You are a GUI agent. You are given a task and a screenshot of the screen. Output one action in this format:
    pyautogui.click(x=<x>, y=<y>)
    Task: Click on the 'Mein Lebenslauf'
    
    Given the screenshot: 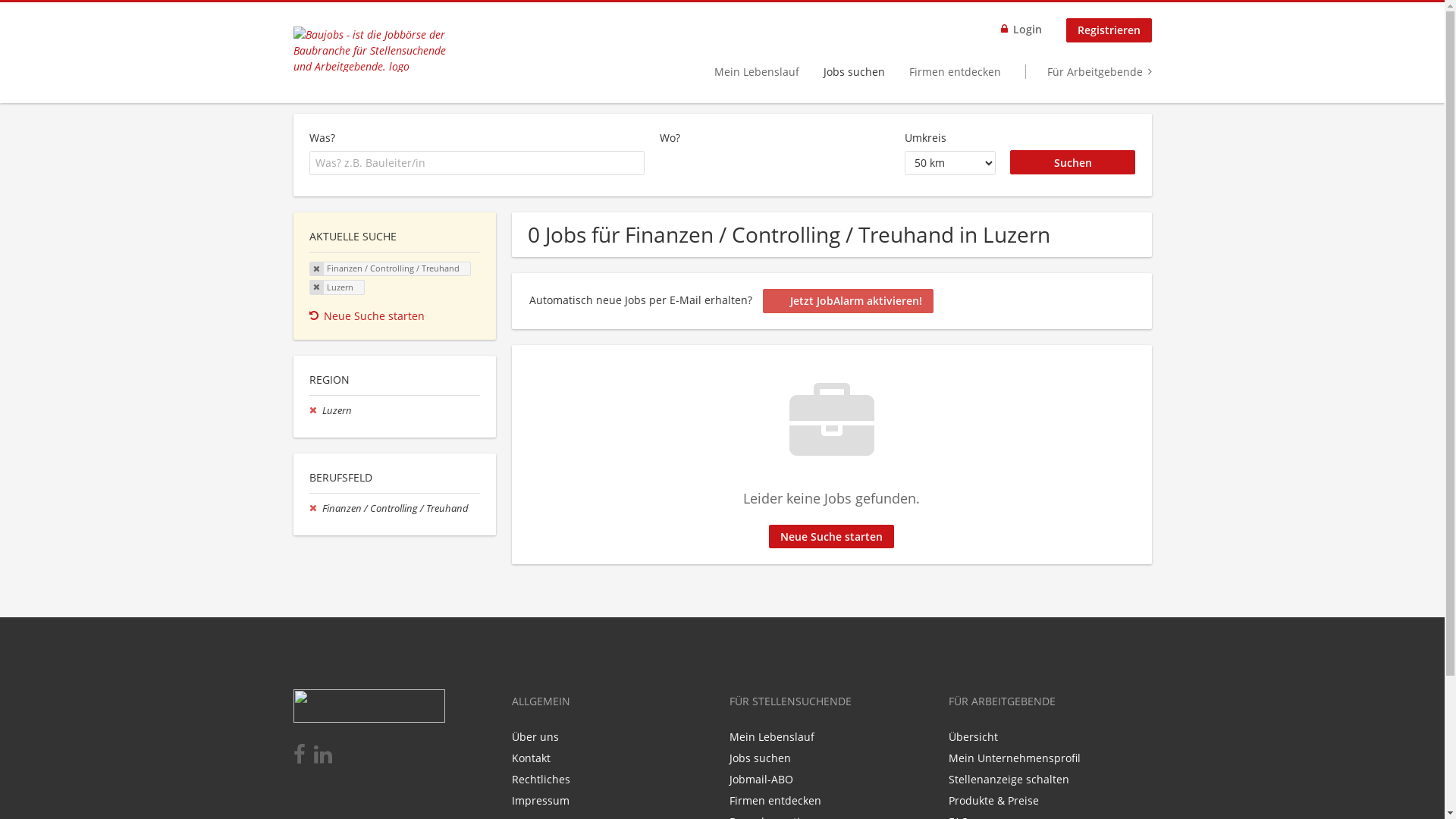 What is the action you would take?
    pyautogui.click(x=771, y=736)
    